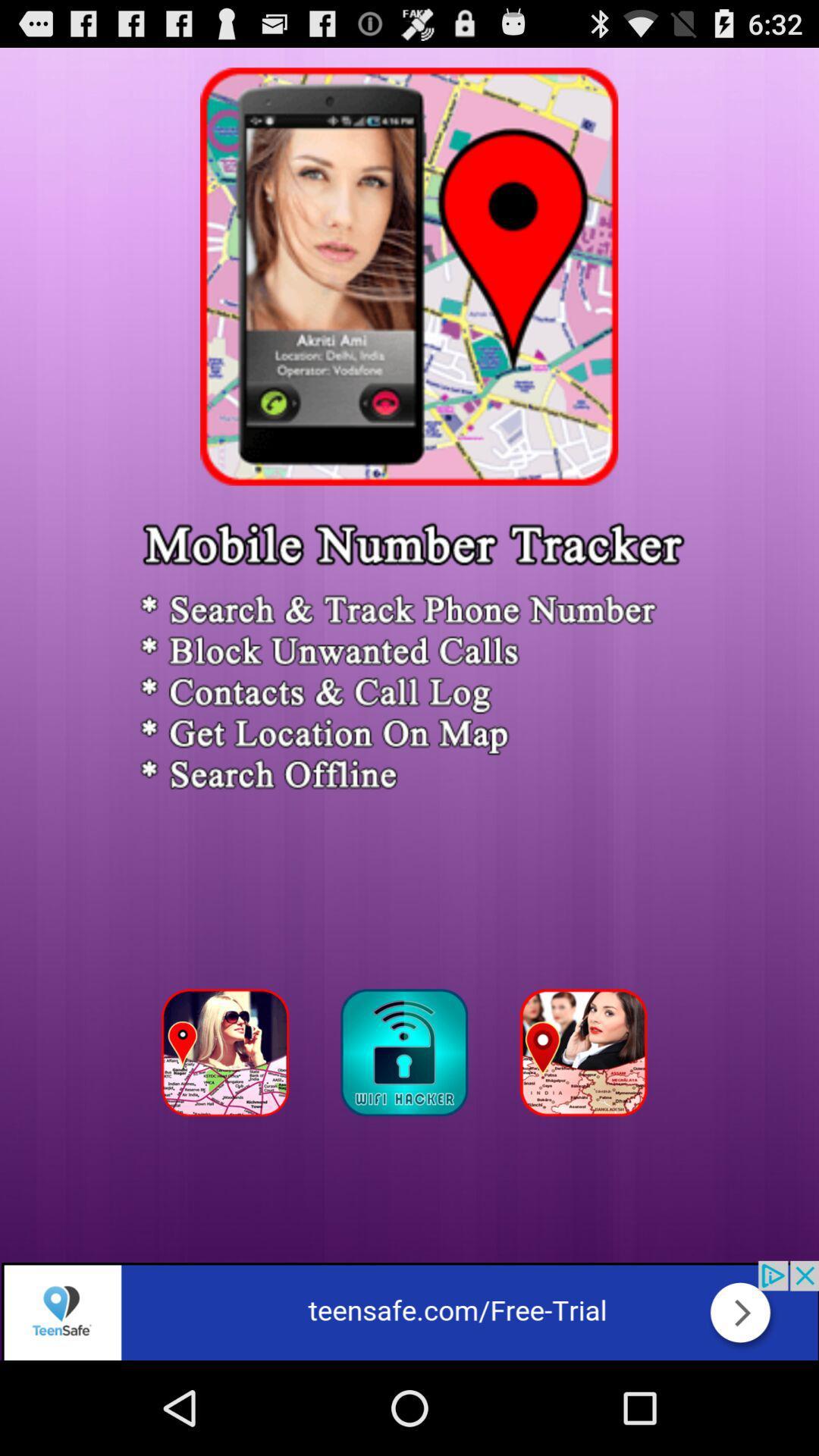  Describe the element at coordinates (587, 1056) in the screenshot. I see `game page` at that location.